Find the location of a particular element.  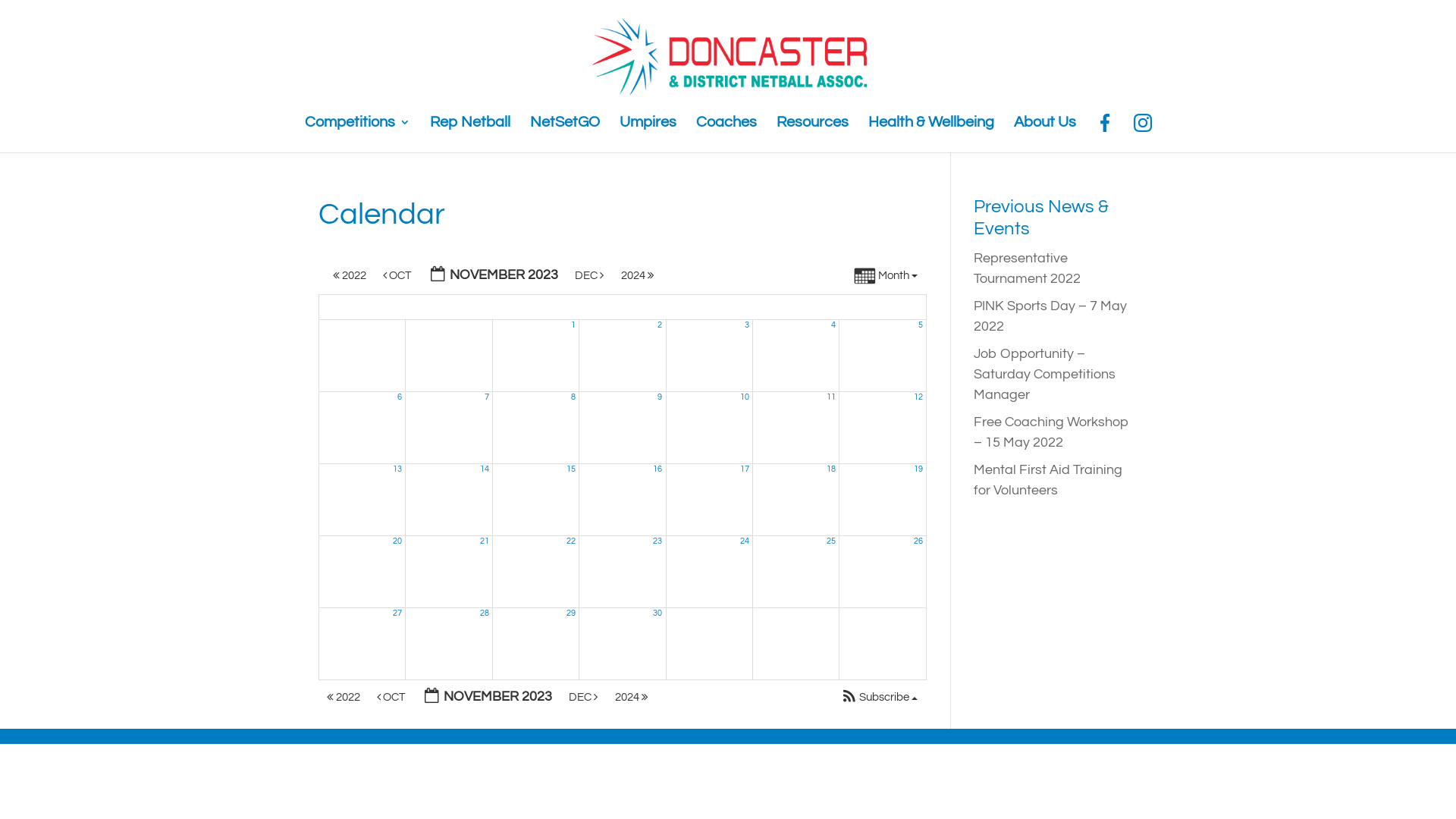

'13' is located at coordinates (393, 468).